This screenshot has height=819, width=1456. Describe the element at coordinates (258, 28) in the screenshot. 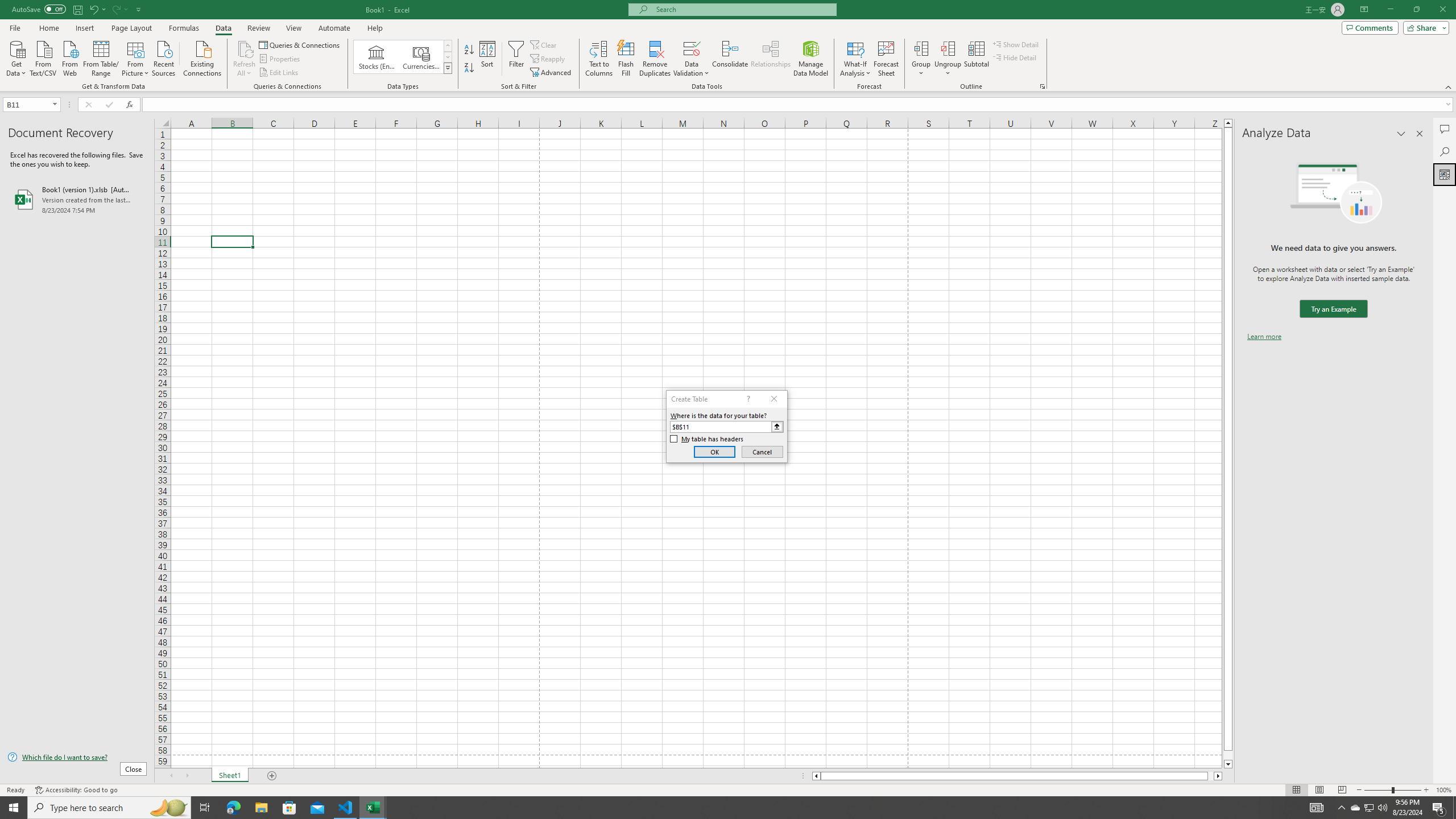

I see `'Review'` at that location.